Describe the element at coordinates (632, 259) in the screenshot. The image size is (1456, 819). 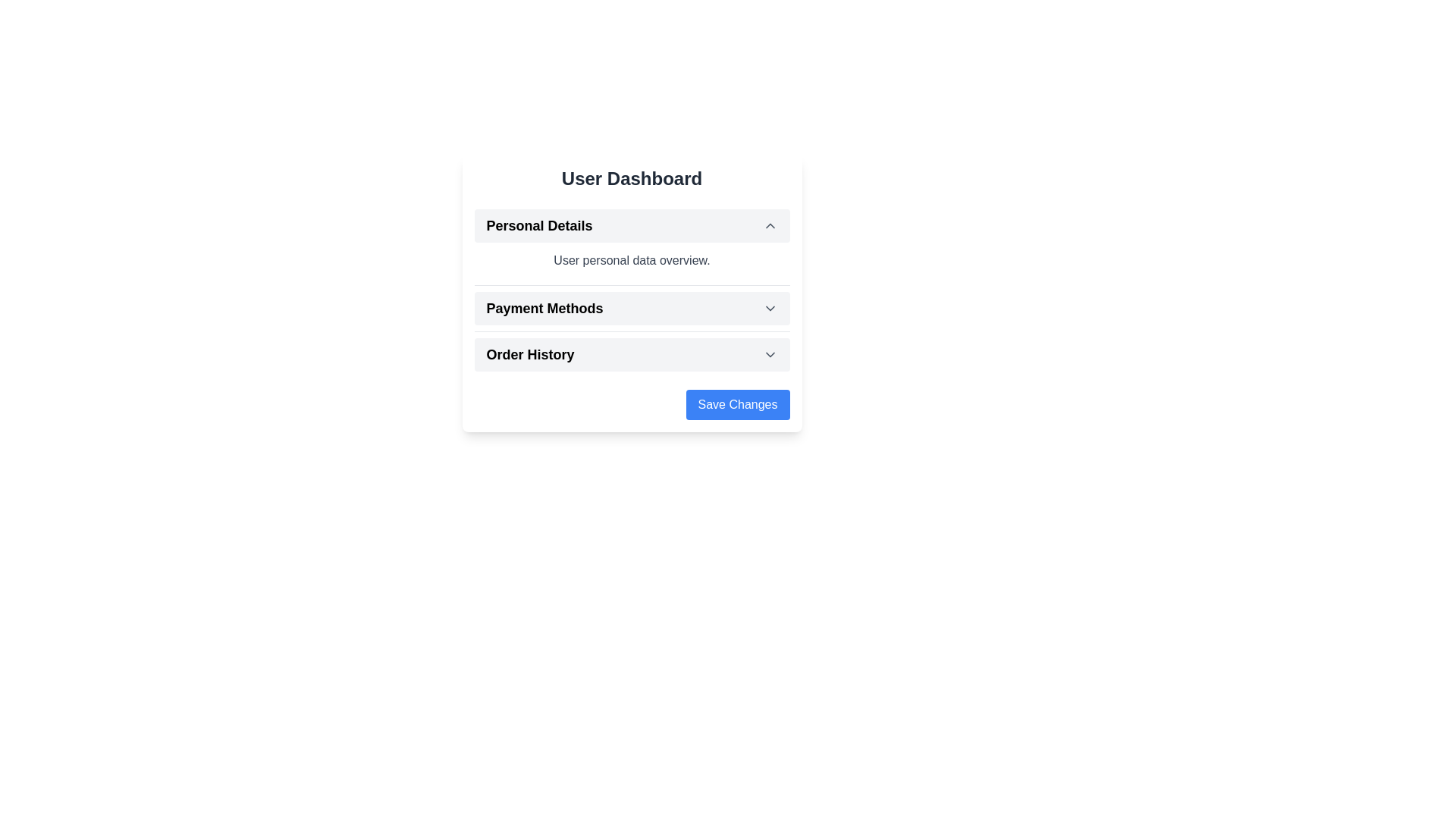
I see `the text label that reads 'User personal data overview' located in the 'Personal Details' section of the User Dashboard interface` at that location.